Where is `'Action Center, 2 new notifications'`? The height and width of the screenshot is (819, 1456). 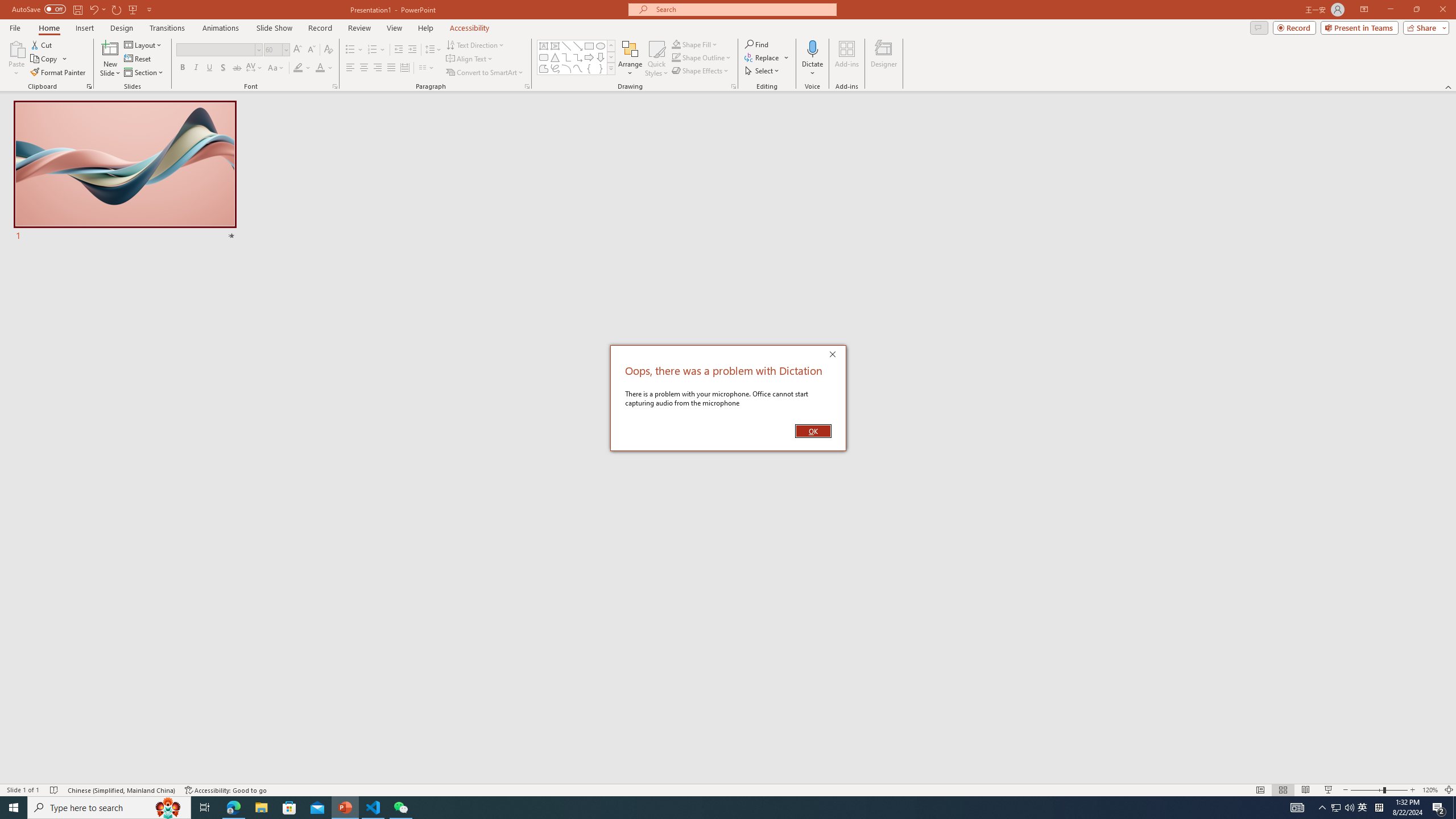 'Action Center, 2 new notifications' is located at coordinates (1439, 806).